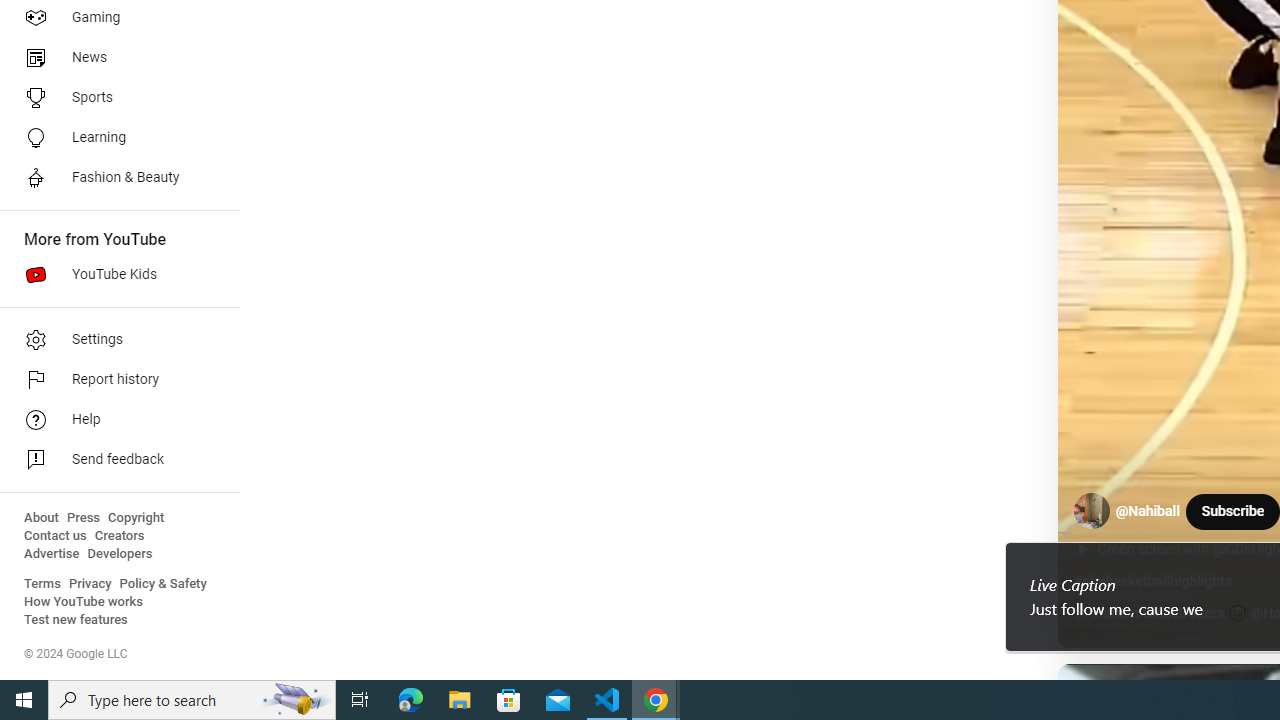  I want to click on 'Developers', so click(119, 554).